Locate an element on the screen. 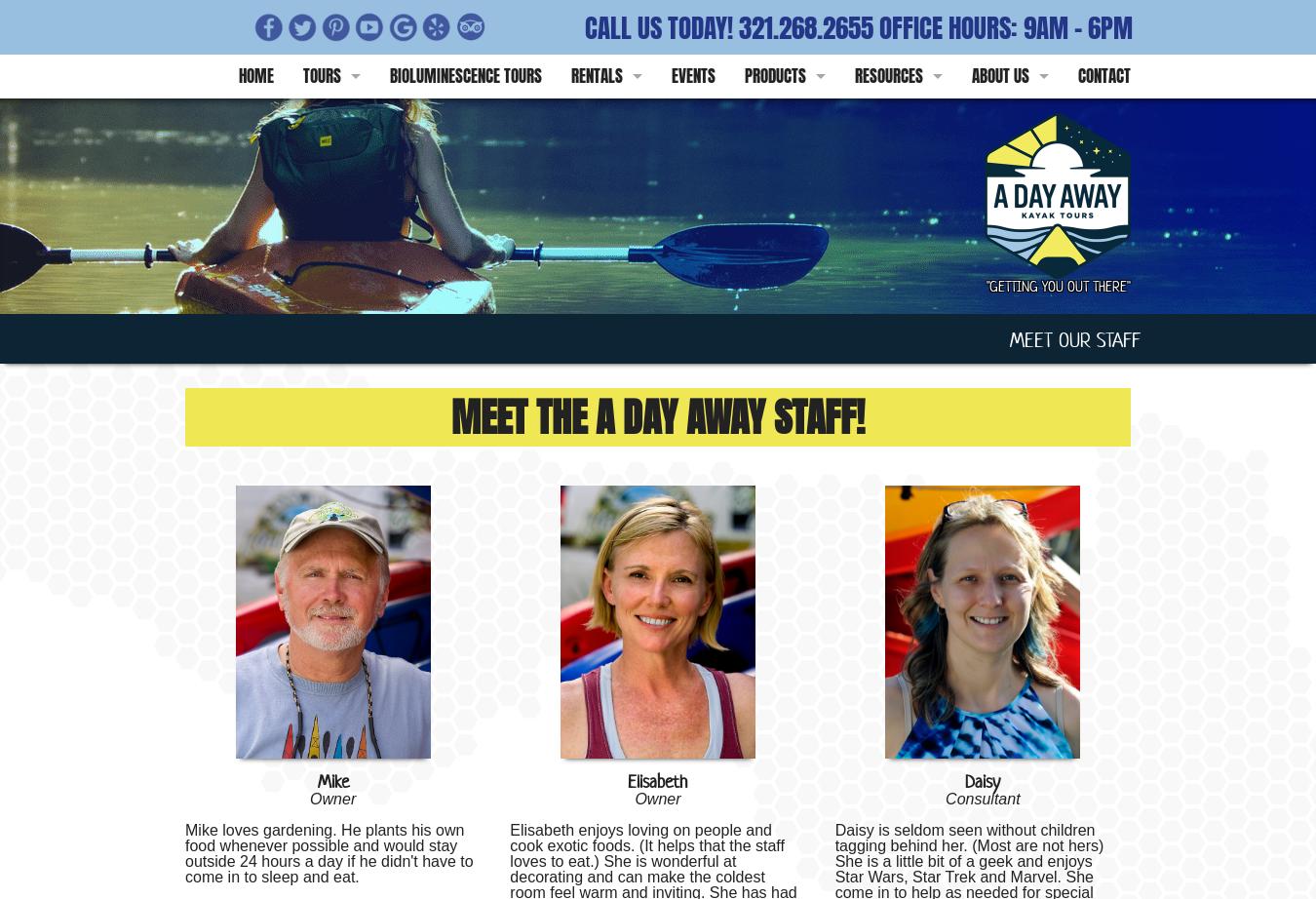 This screenshot has width=1316, height=899. 'CALL US TODAY! 321.268.2655 Office Hours: 9am - 6pm' is located at coordinates (584, 28).